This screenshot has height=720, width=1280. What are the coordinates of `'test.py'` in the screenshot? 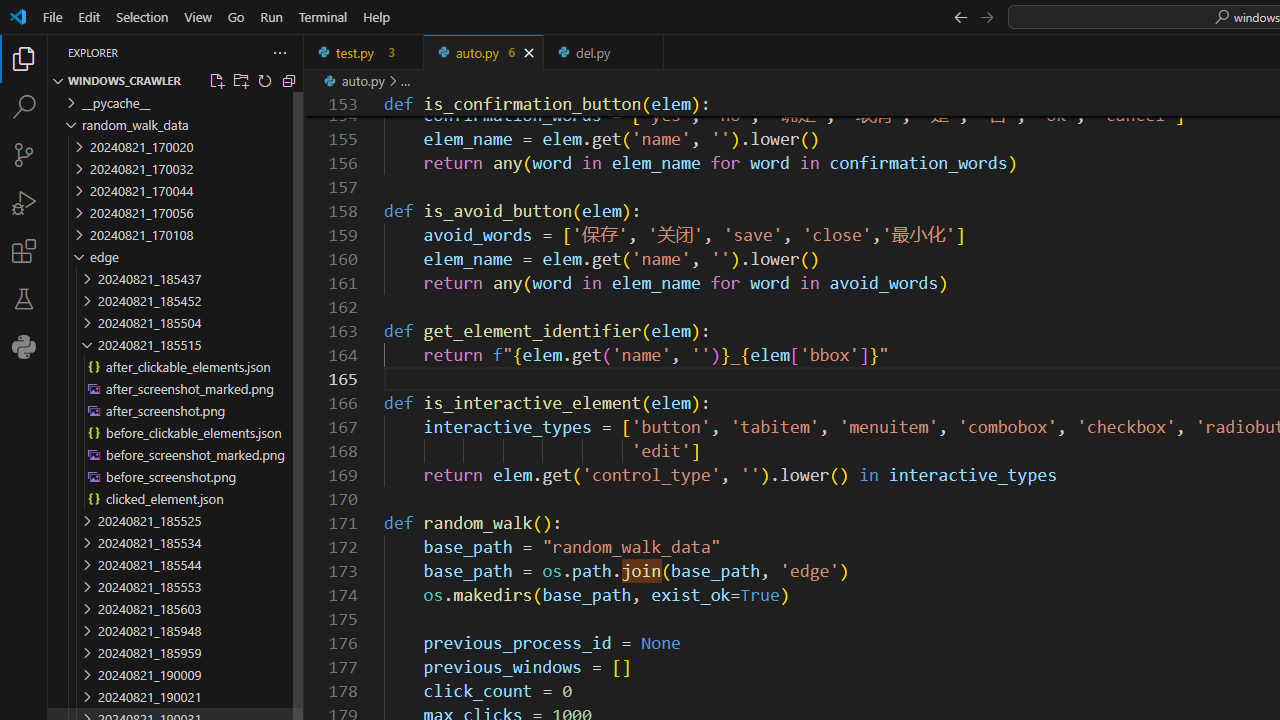 It's located at (364, 51).